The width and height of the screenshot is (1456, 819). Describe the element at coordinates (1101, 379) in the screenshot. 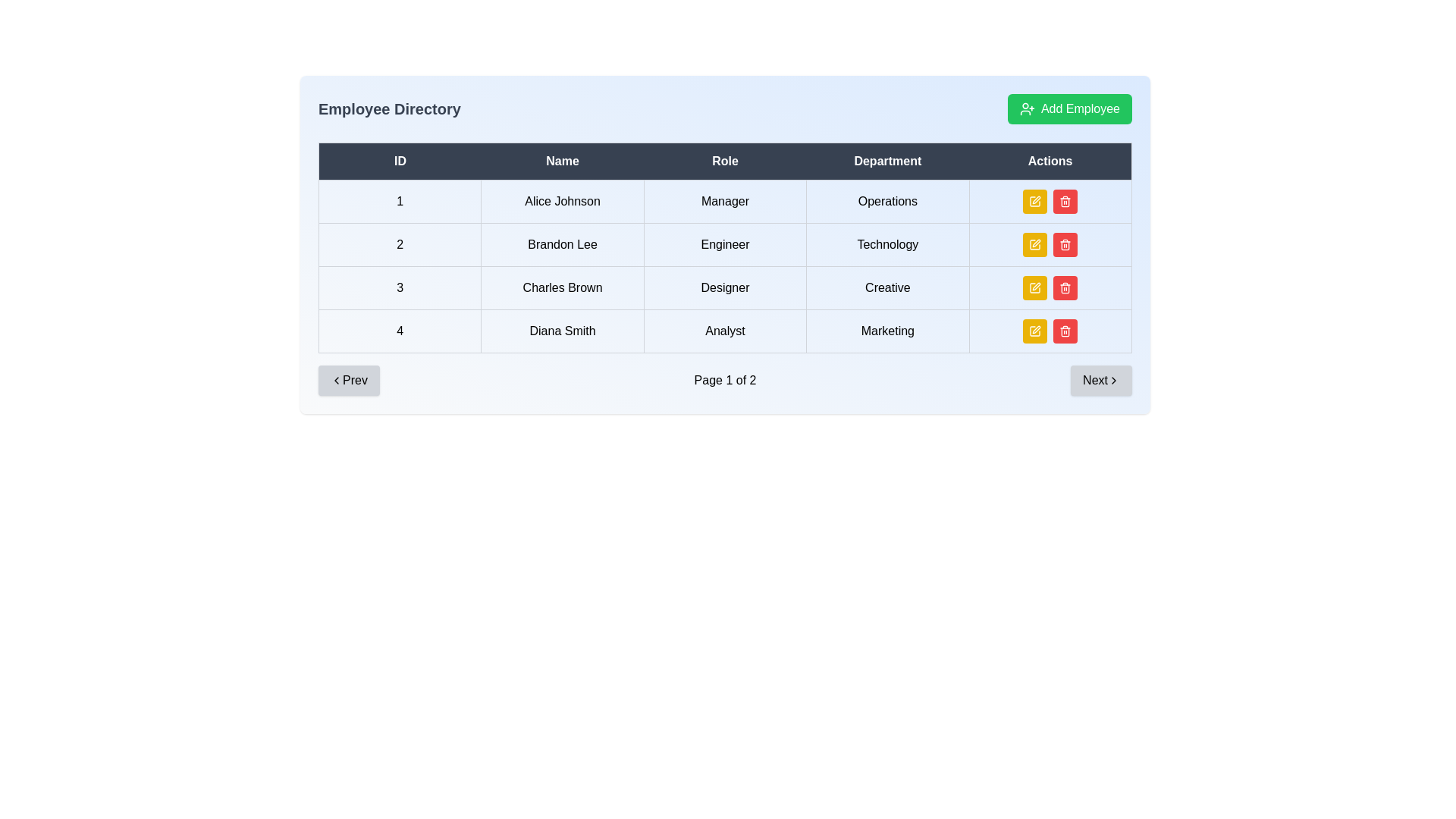

I see `the 'Next' button, which is labeled with an arrow icon pointing to the right and located at the far-right end of the navigation controls` at that location.